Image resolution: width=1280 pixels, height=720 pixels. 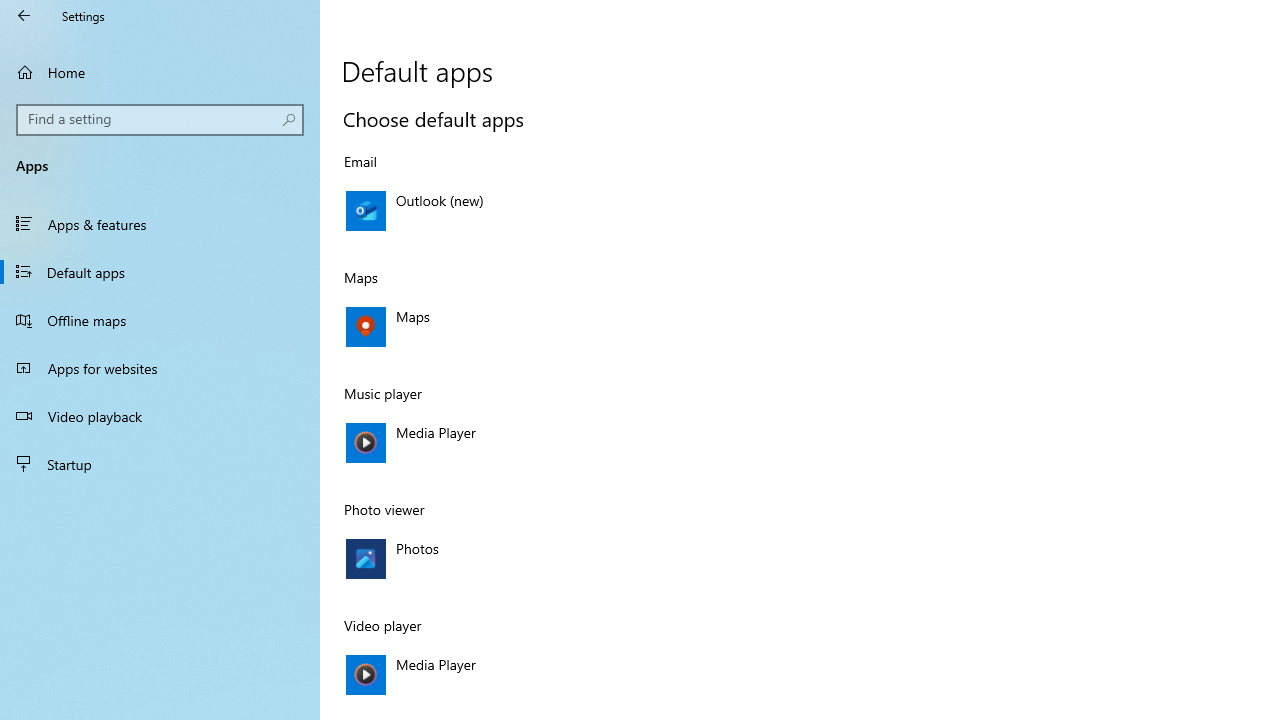 I want to click on 'Apps for websites', so click(x=160, y=367).